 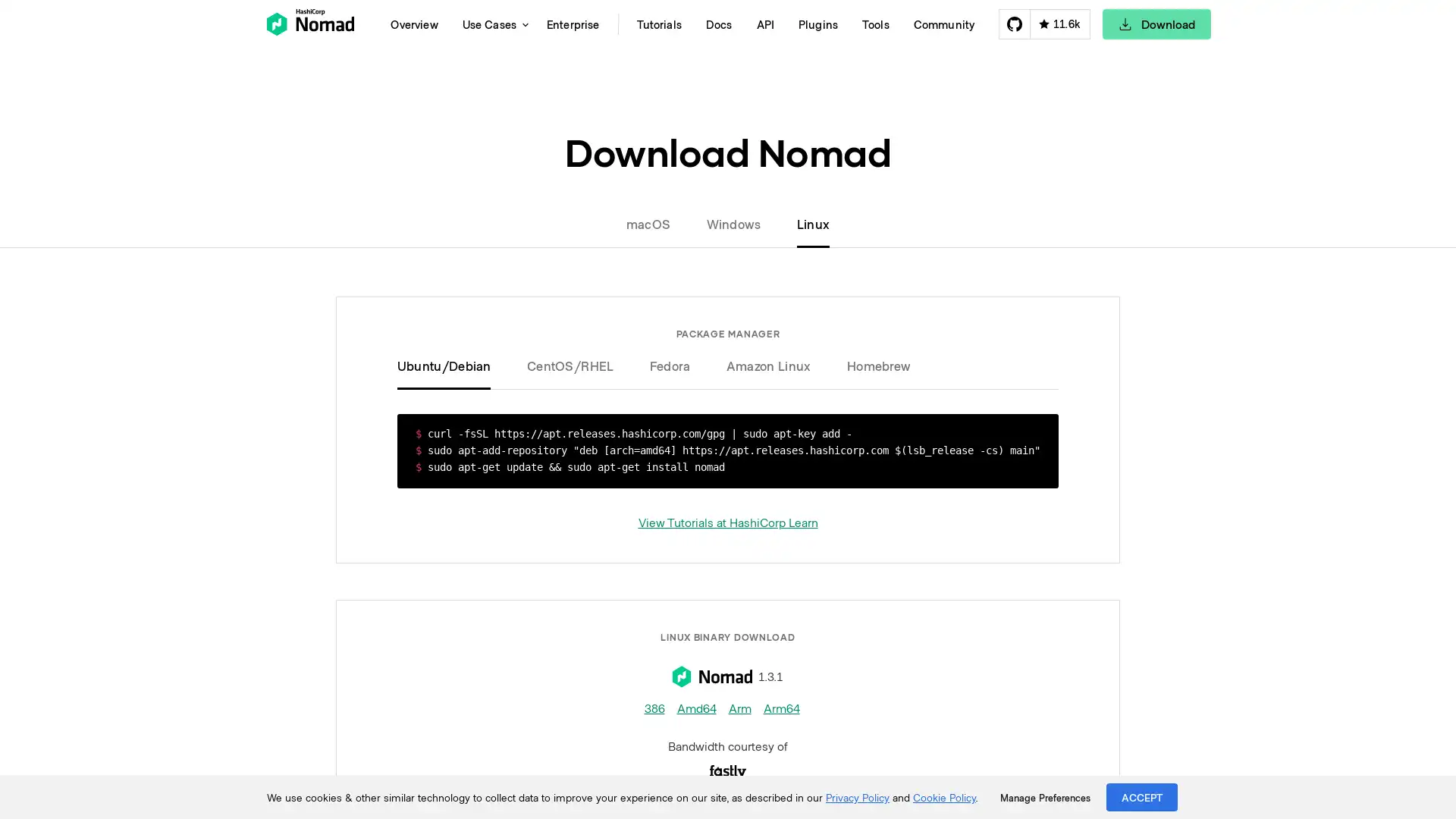 What do you see at coordinates (1044, 797) in the screenshot?
I see `Manage Preferences` at bounding box center [1044, 797].